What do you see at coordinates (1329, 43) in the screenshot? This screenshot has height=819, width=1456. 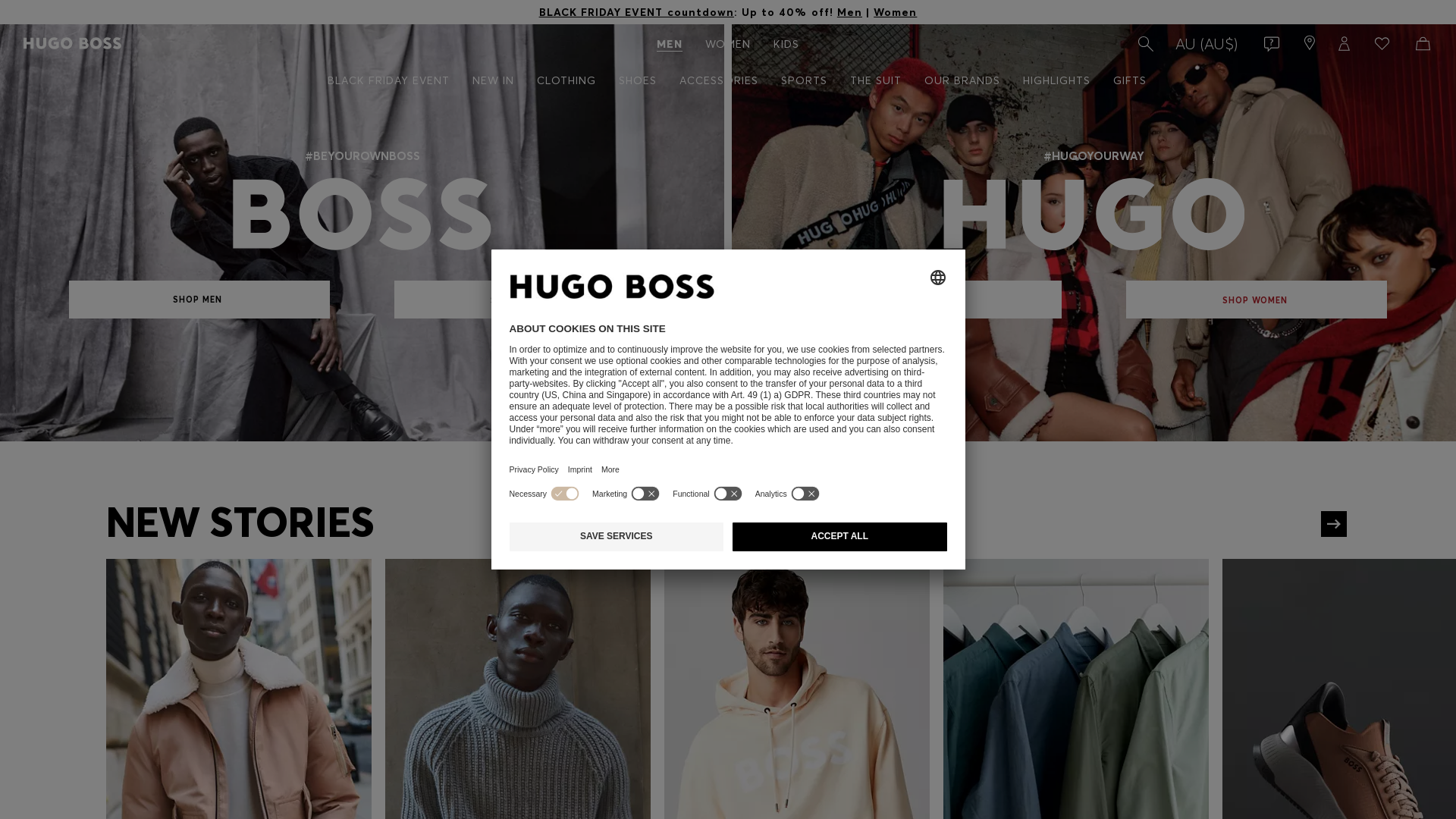 I see `'Login or register'` at bounding box center [1329, 43].